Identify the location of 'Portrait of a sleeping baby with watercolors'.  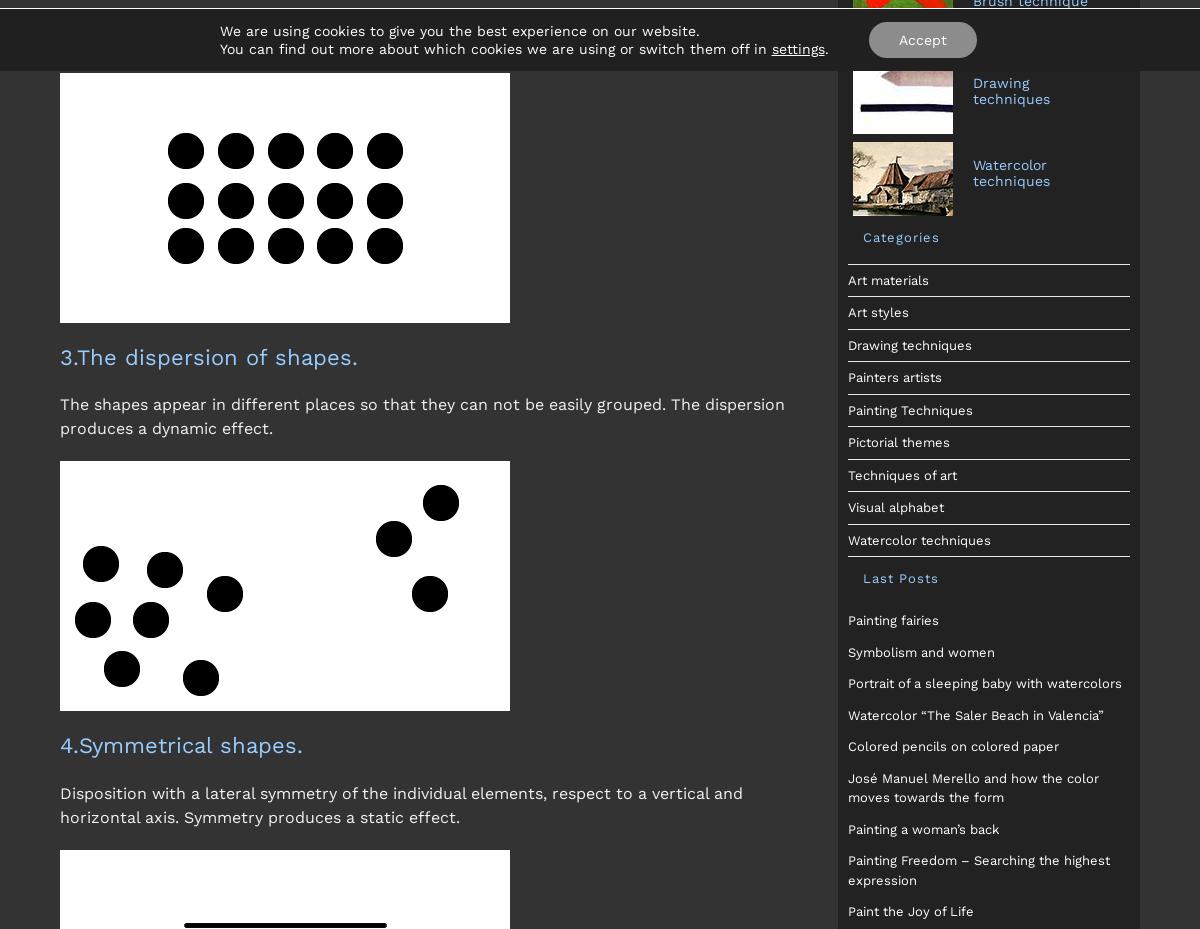
(845, 683).